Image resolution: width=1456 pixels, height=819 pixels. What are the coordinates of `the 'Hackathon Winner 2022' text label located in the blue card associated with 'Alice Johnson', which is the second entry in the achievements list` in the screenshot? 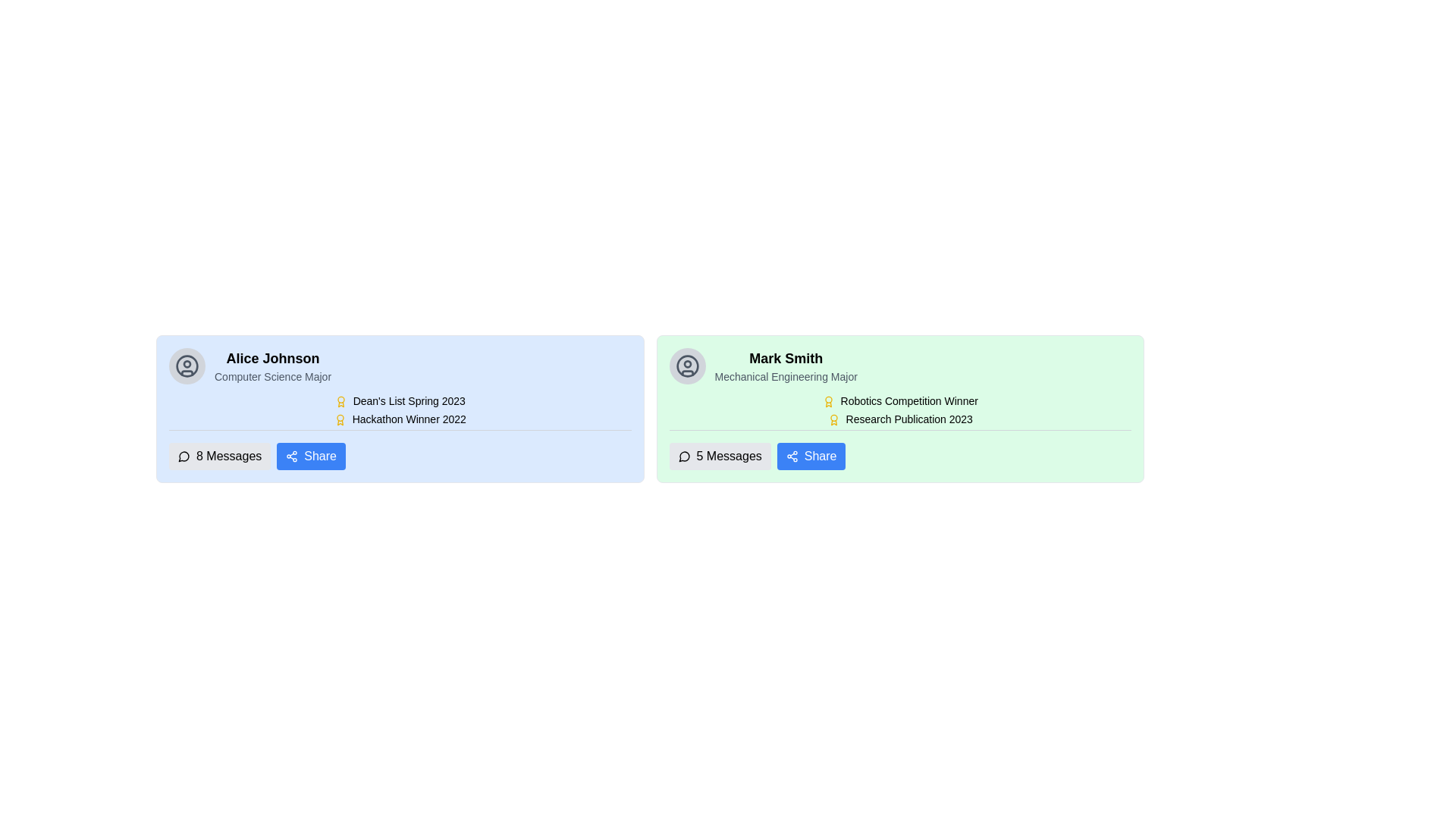 It's located at (400, 419).